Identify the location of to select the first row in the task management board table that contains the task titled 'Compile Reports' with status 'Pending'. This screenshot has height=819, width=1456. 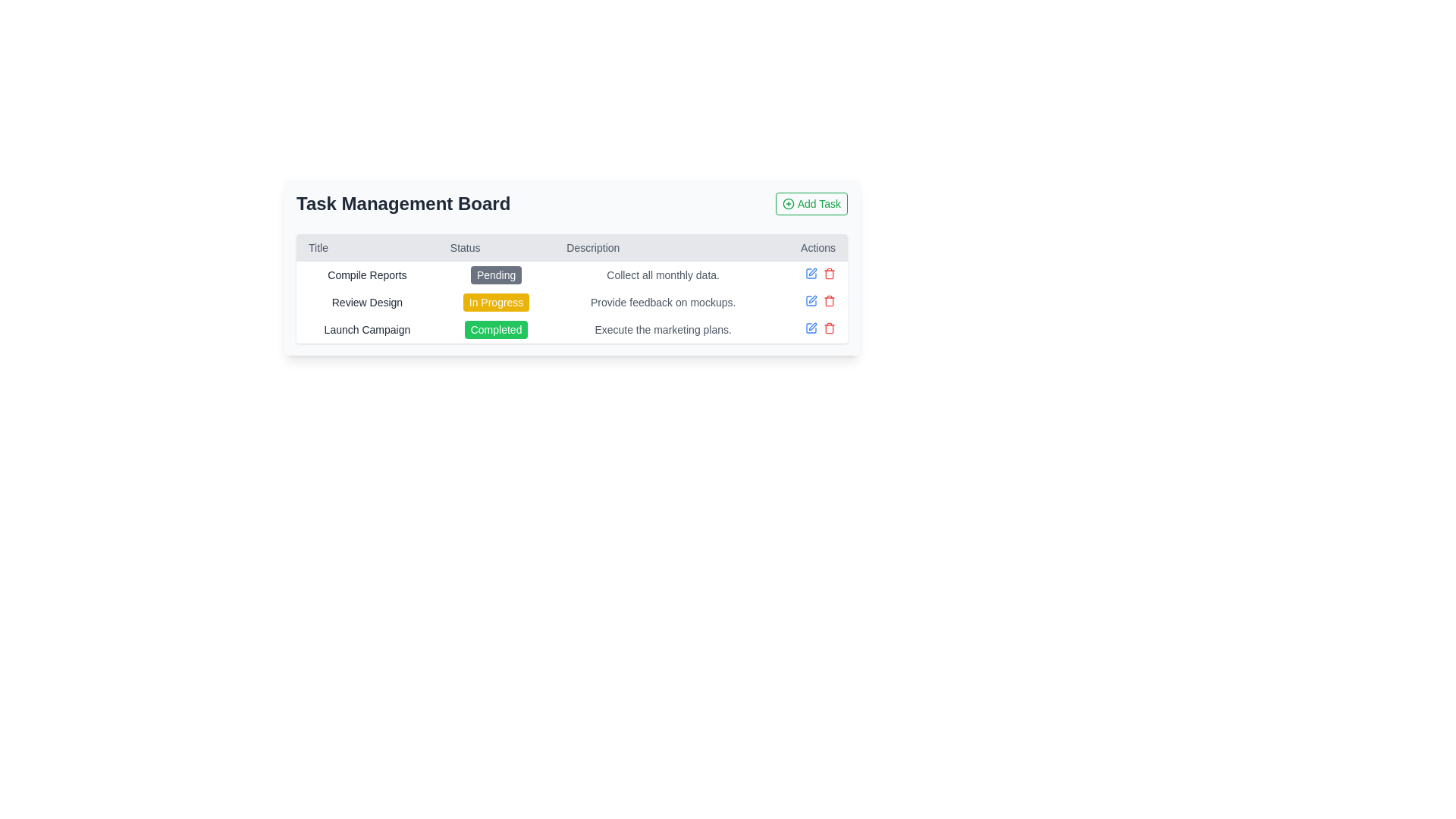
(571, 275).